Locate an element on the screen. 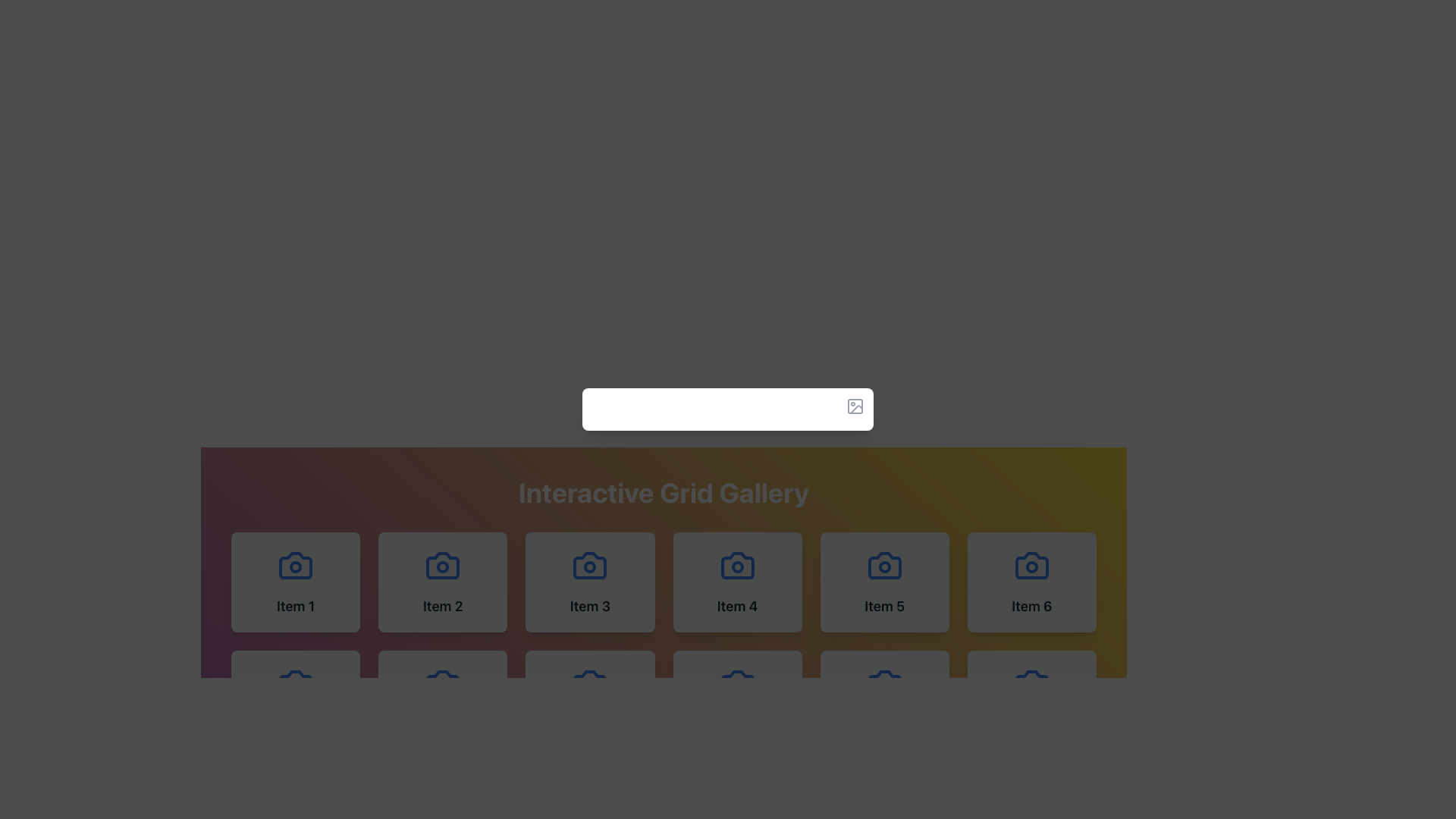  the Interactive Card located centrally in the modal to interact with it is located at coordinates (728, 409).